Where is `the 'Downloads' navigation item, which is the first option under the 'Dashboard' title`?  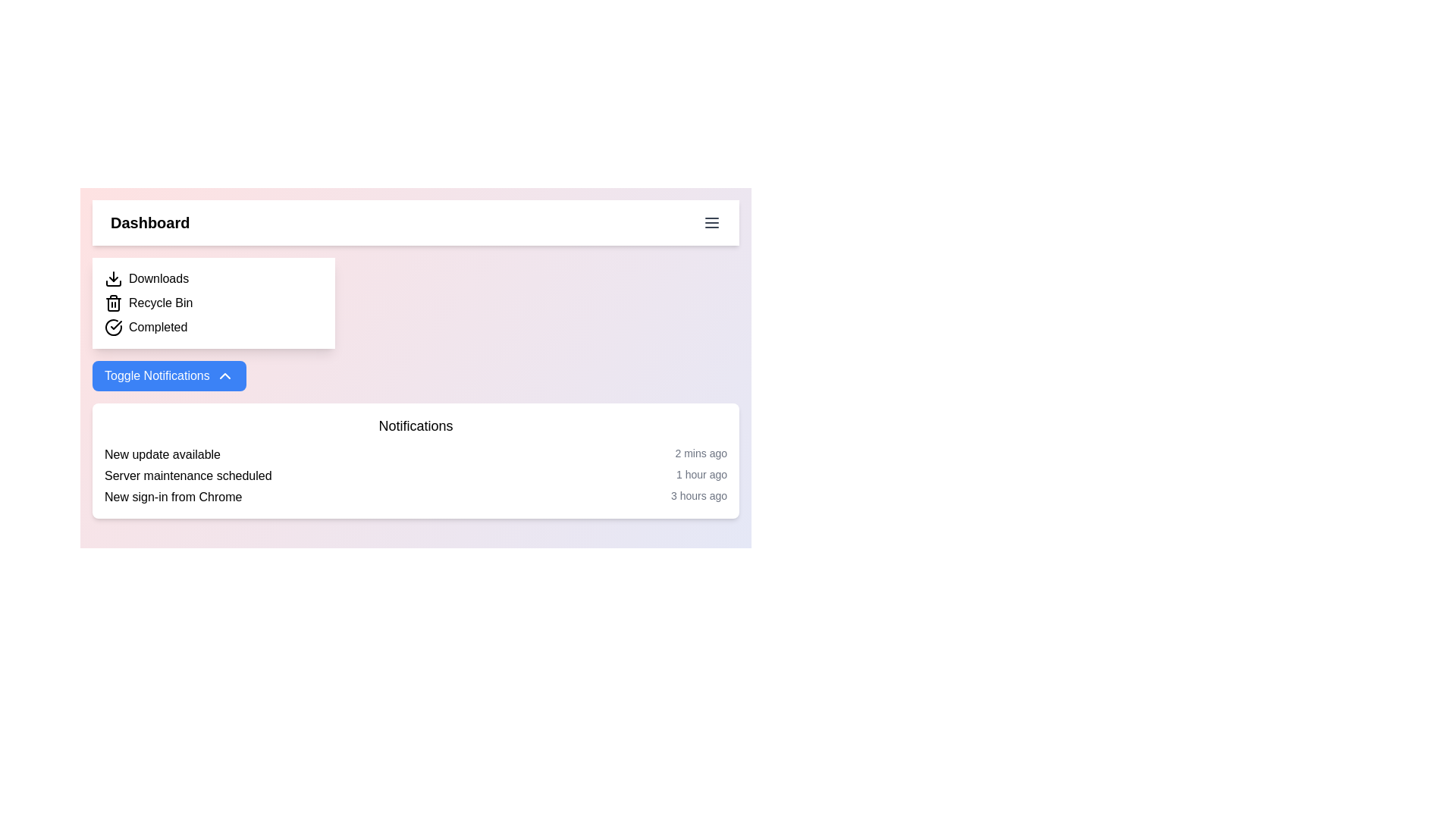
the 'Downloads' navigation item, which is the first option under the 'Dashboard' title is located at coordinates (213, 278).